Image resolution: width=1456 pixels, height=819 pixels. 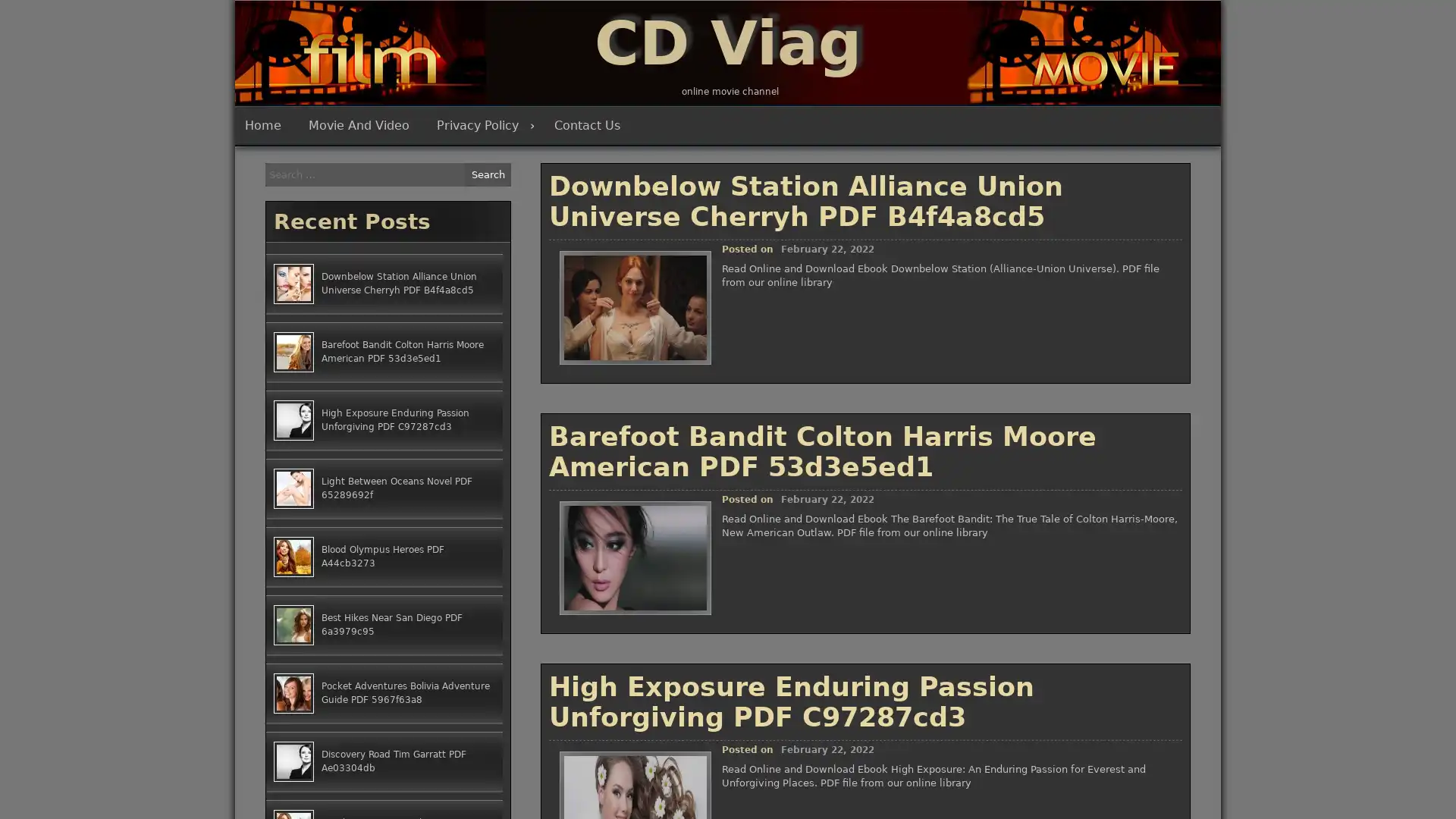 I want to click on Search, so click(x=488, y=174).